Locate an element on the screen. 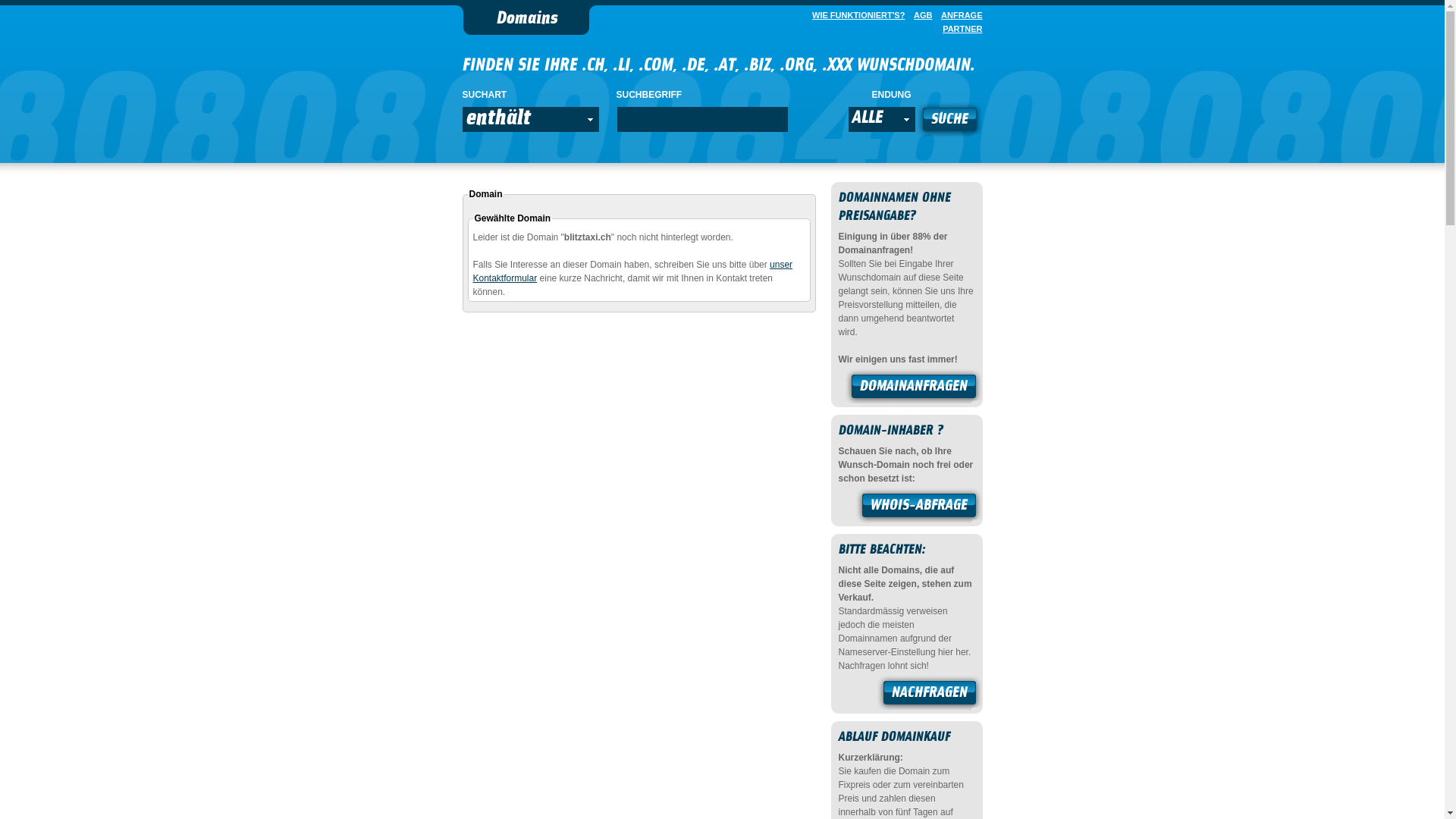 This screenshot has width=1456, height=819. 'PARTNER' is located at coordinates (959, 29).